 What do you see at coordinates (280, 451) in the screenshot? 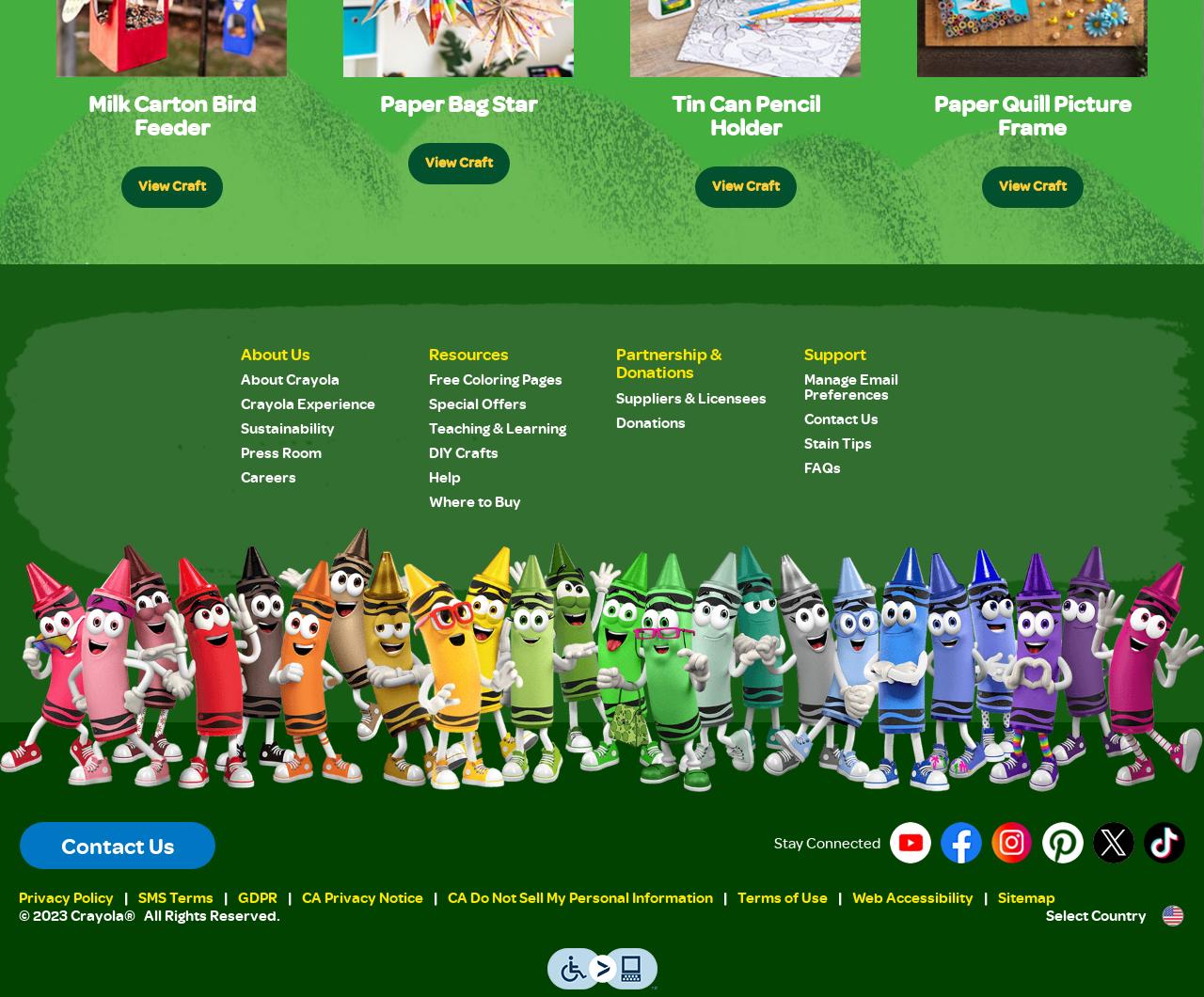
I see `'Press Room'` at bounding box center [280, 451].